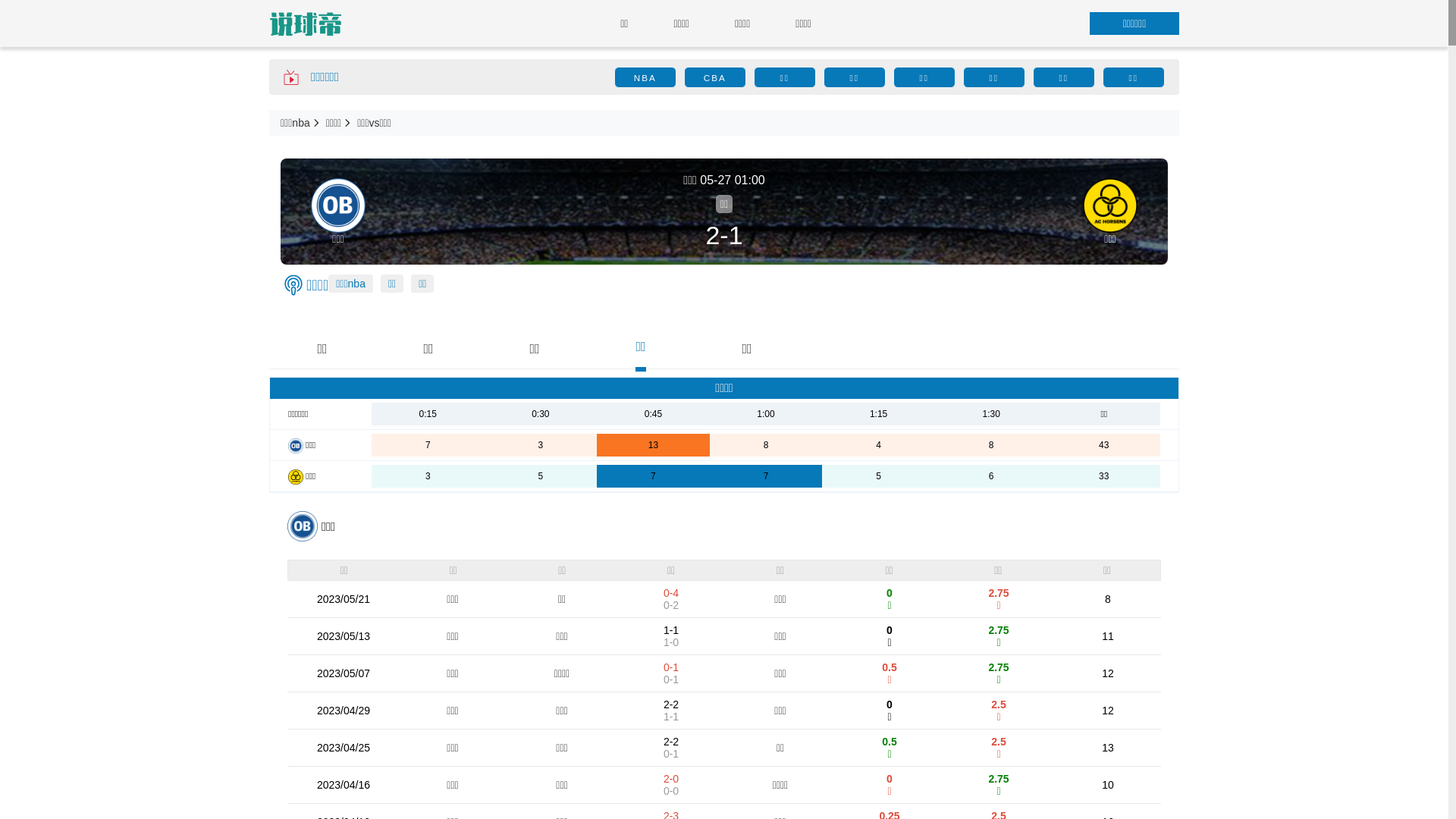 The image size is (1456, 819). Describe the element at coordinates (645, 77) in the screenshot. I see `'NBA'` at that location.